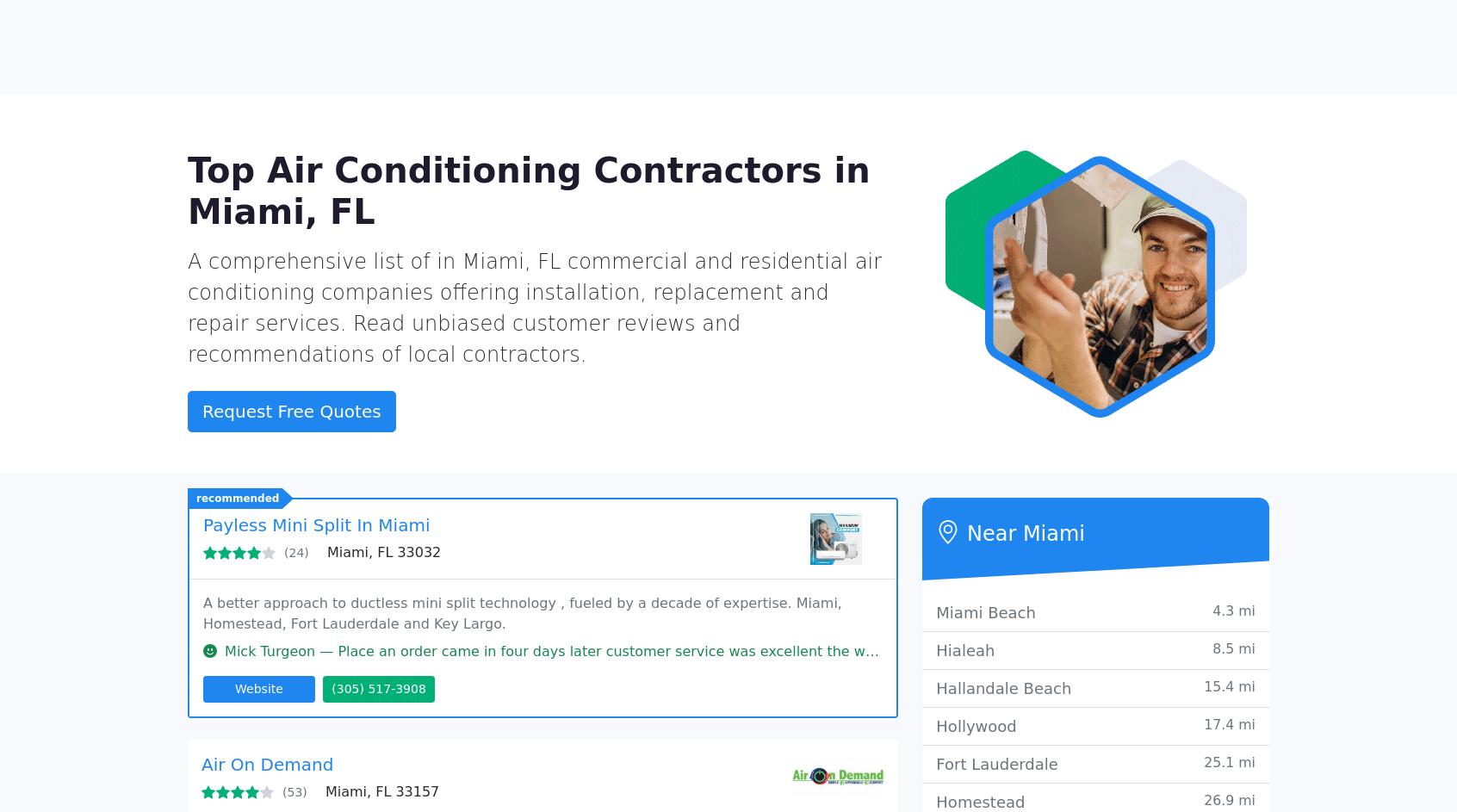 This screenshot has width=1457, height=812. What do you see at coordinates (1096, 70) in the screenshot?
I see `'Add Your Business'` at bounding box center [1096, 70].